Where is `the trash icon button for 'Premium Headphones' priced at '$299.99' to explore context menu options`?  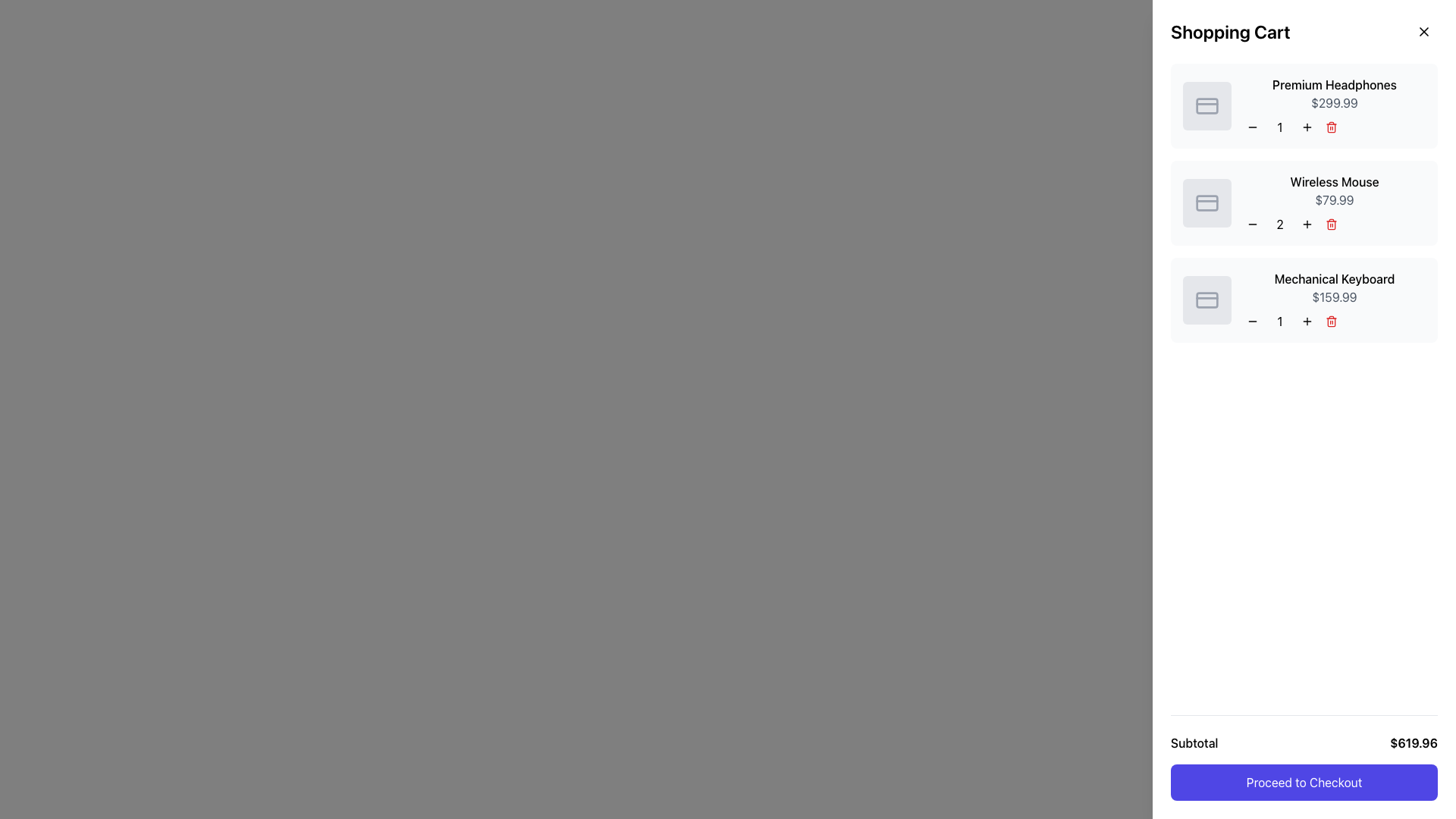 the trash icon button for 'Premium Headphones' priced at '$299.99' to explore context menu options is located at coordinates (1335, 127).